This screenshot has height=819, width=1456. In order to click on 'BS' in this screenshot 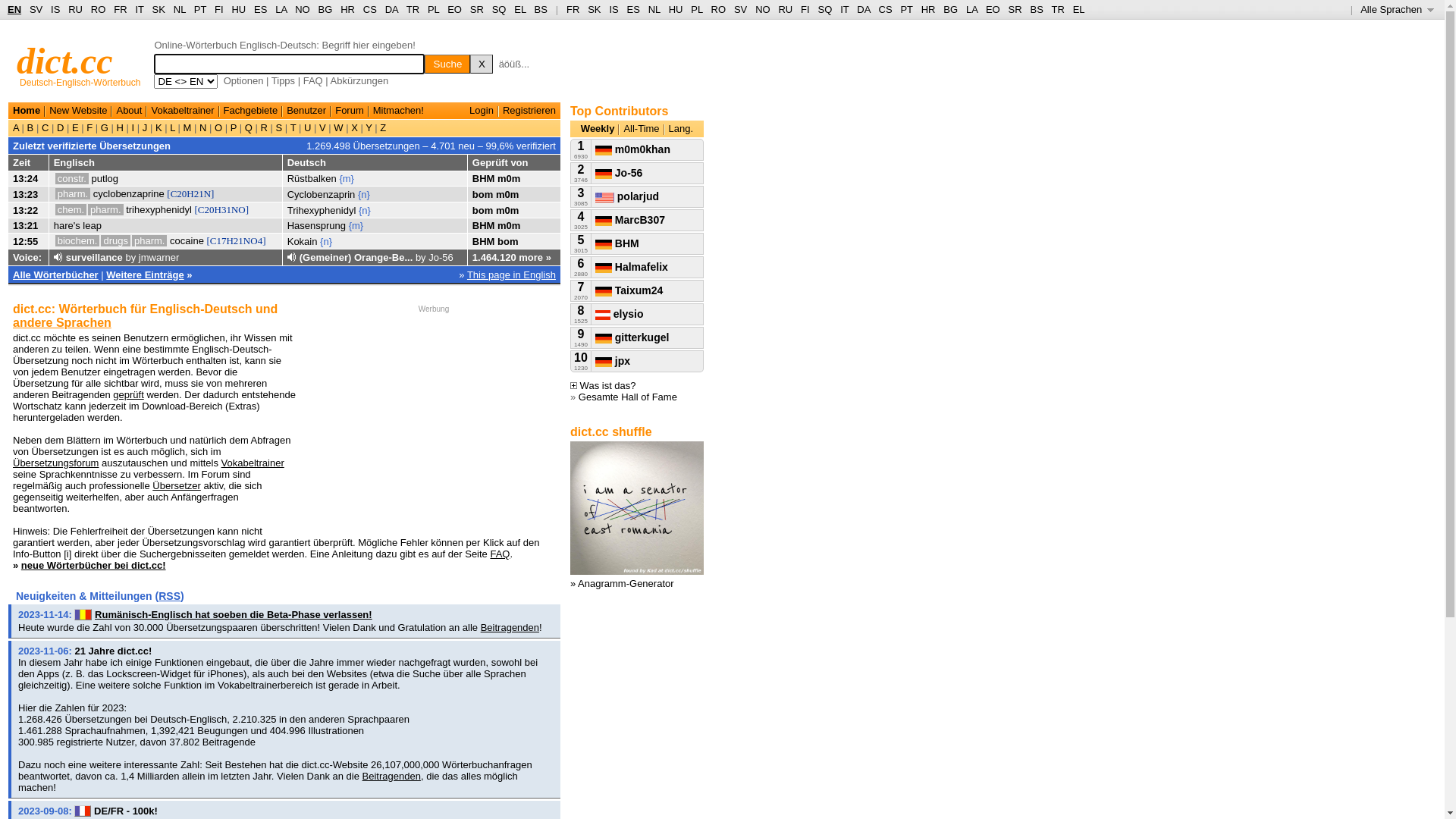, I will do `click(541, 9)`.